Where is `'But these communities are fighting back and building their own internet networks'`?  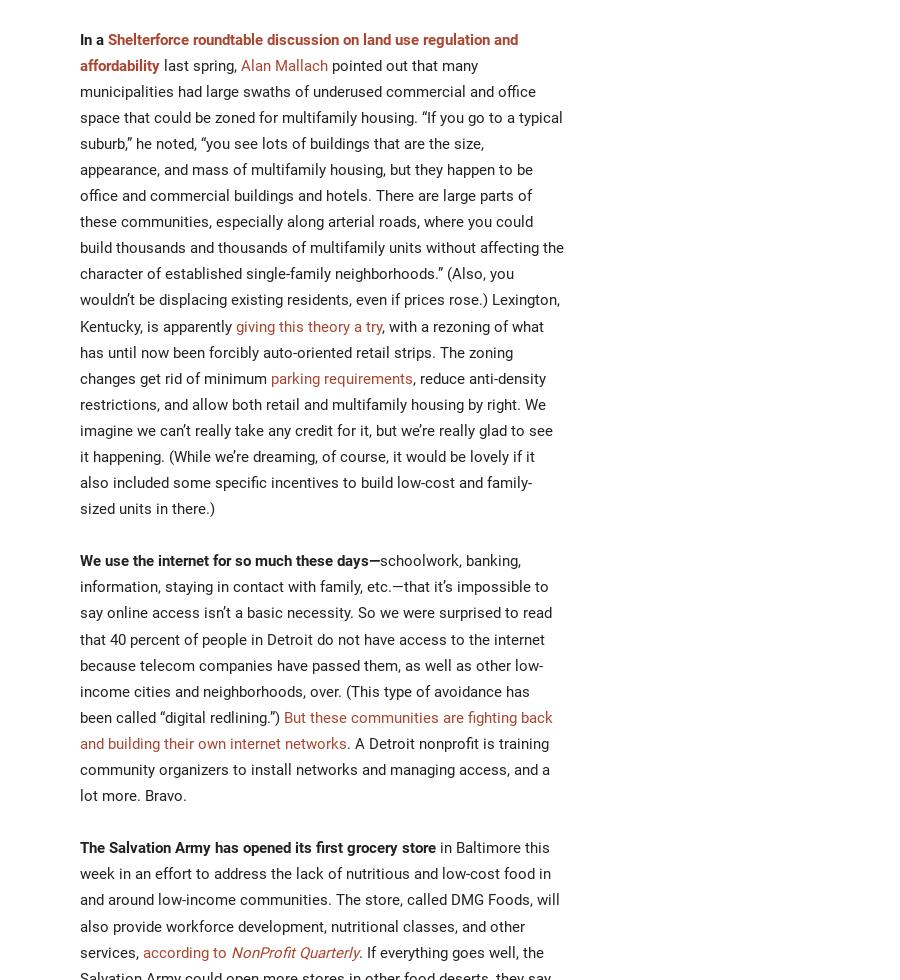 'But these communities are fighting back and building their own internet networks' is located at coordinates (315, 730).